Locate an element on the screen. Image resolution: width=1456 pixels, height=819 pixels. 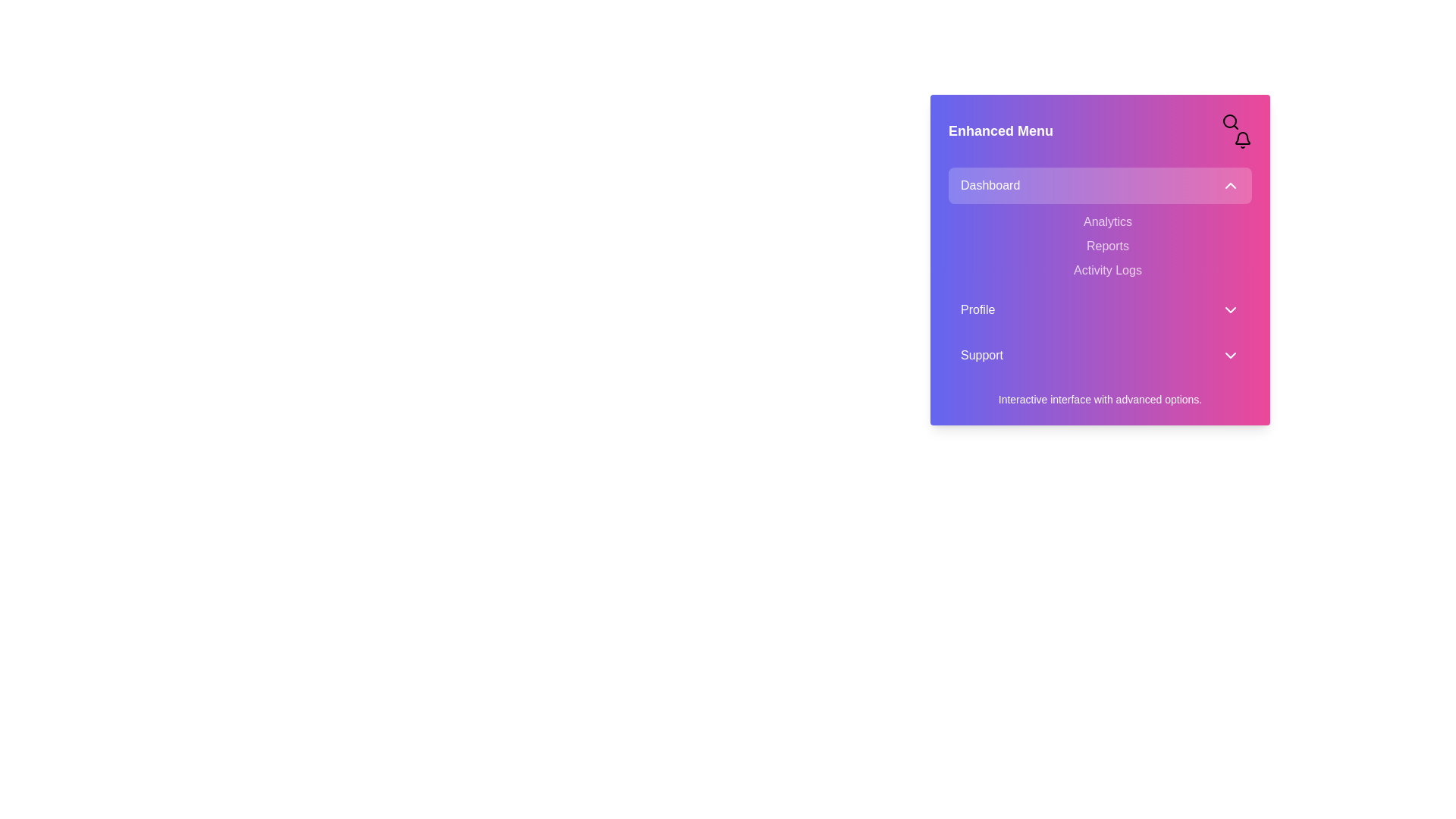
the magnifying glass icon in the toolbar utility located in the top-right corner of the 'Enhanced Menu' card is located at coordinates (1237, 130).